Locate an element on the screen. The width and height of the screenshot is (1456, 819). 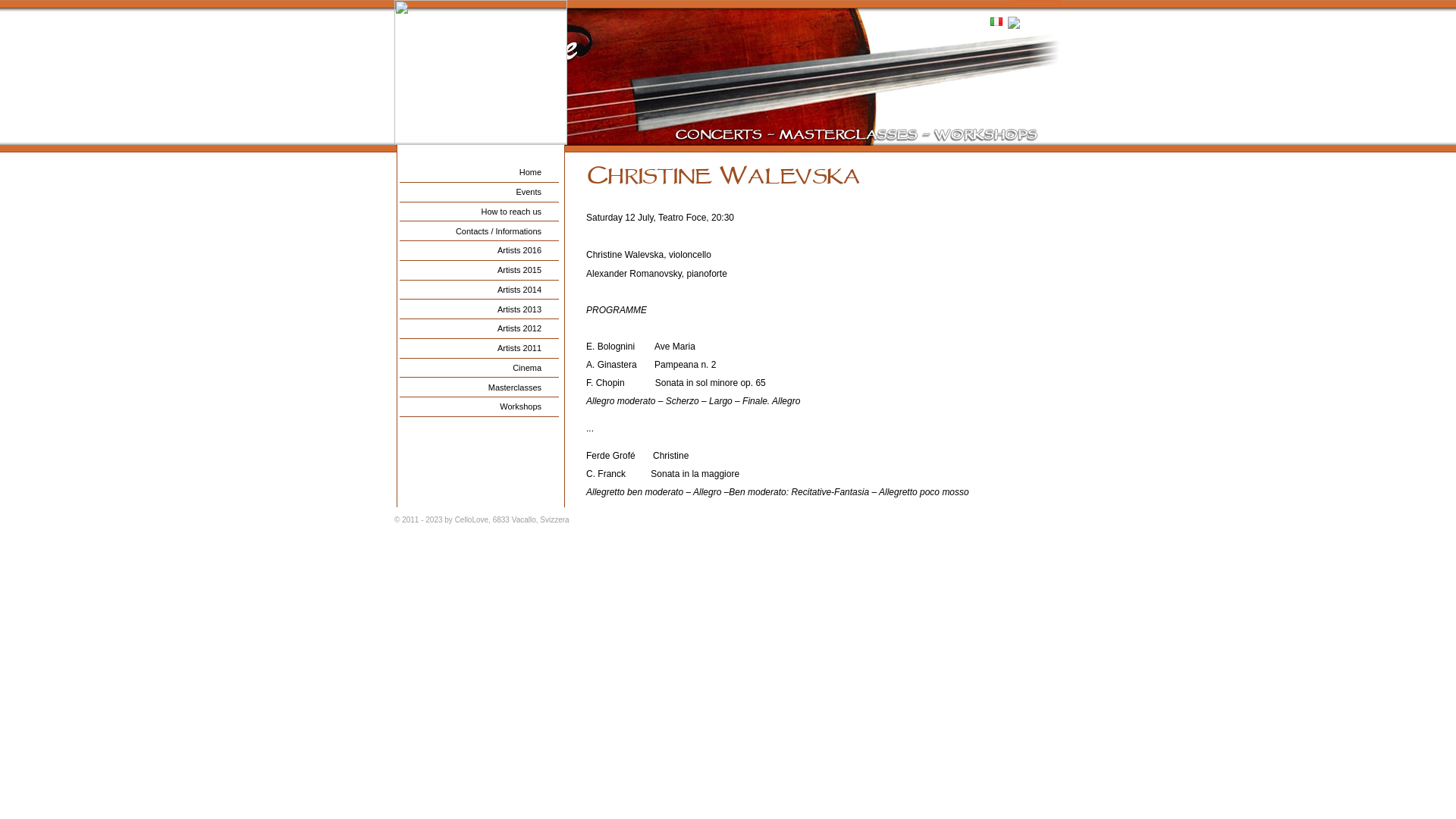
'English' is located at coordinates (1026, 23).